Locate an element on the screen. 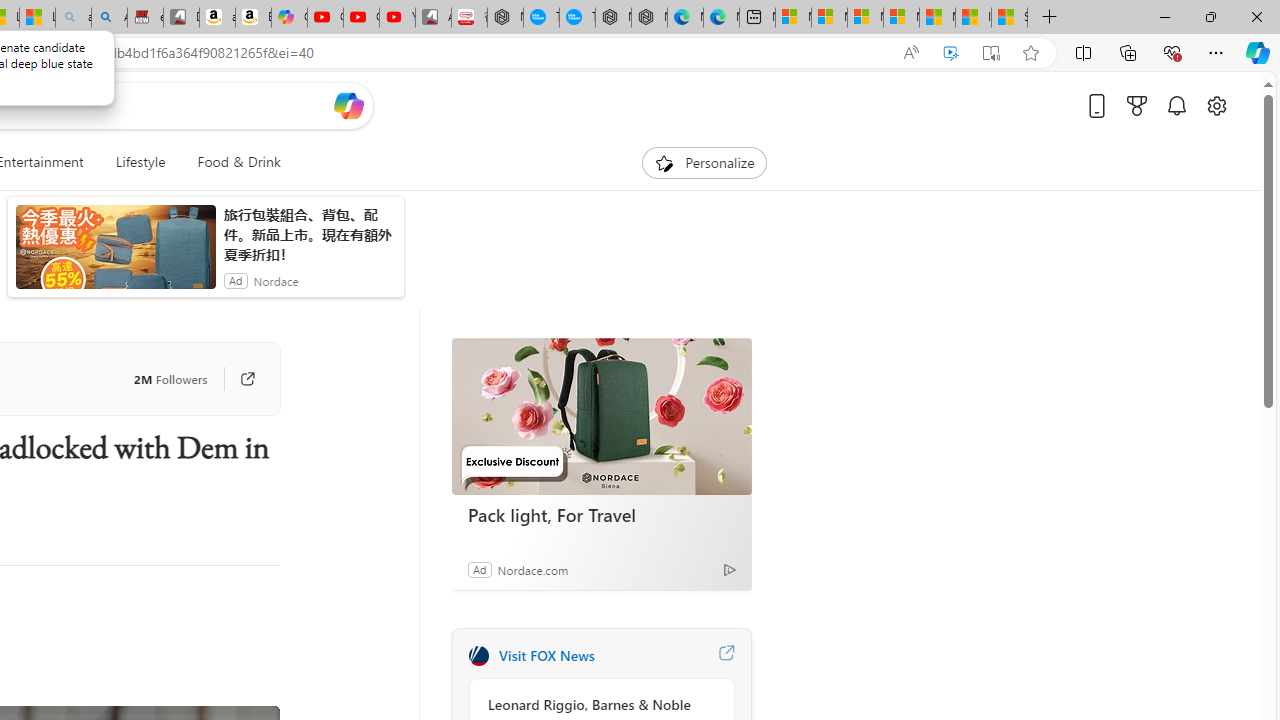 The image size is (1280, 720). 'Lifestyle' is located at coordinates (139, 162).